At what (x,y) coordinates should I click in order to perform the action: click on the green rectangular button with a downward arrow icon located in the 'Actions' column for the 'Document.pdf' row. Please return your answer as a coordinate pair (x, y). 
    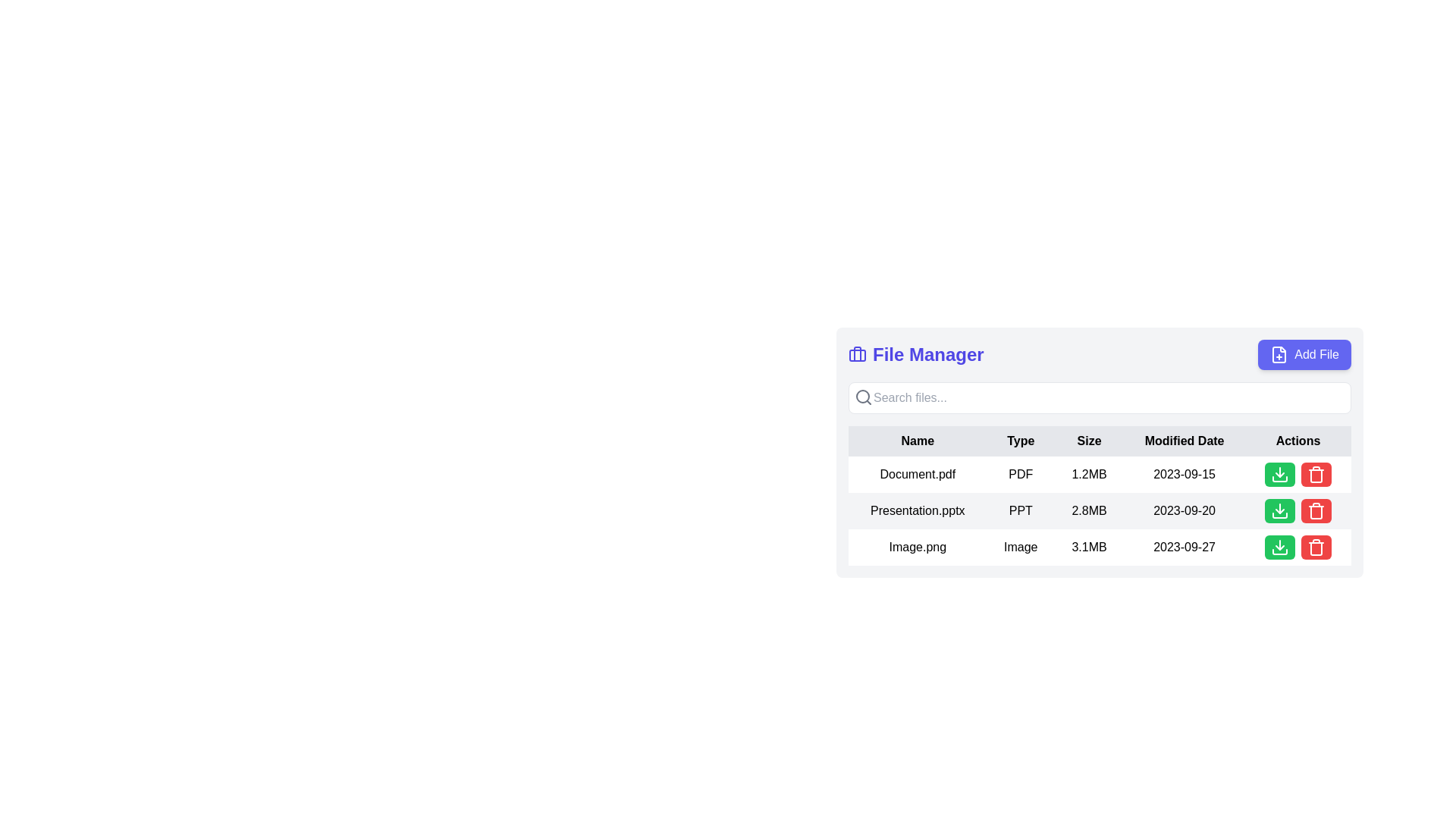
    Looking at the image, I should click on (1298, 473).